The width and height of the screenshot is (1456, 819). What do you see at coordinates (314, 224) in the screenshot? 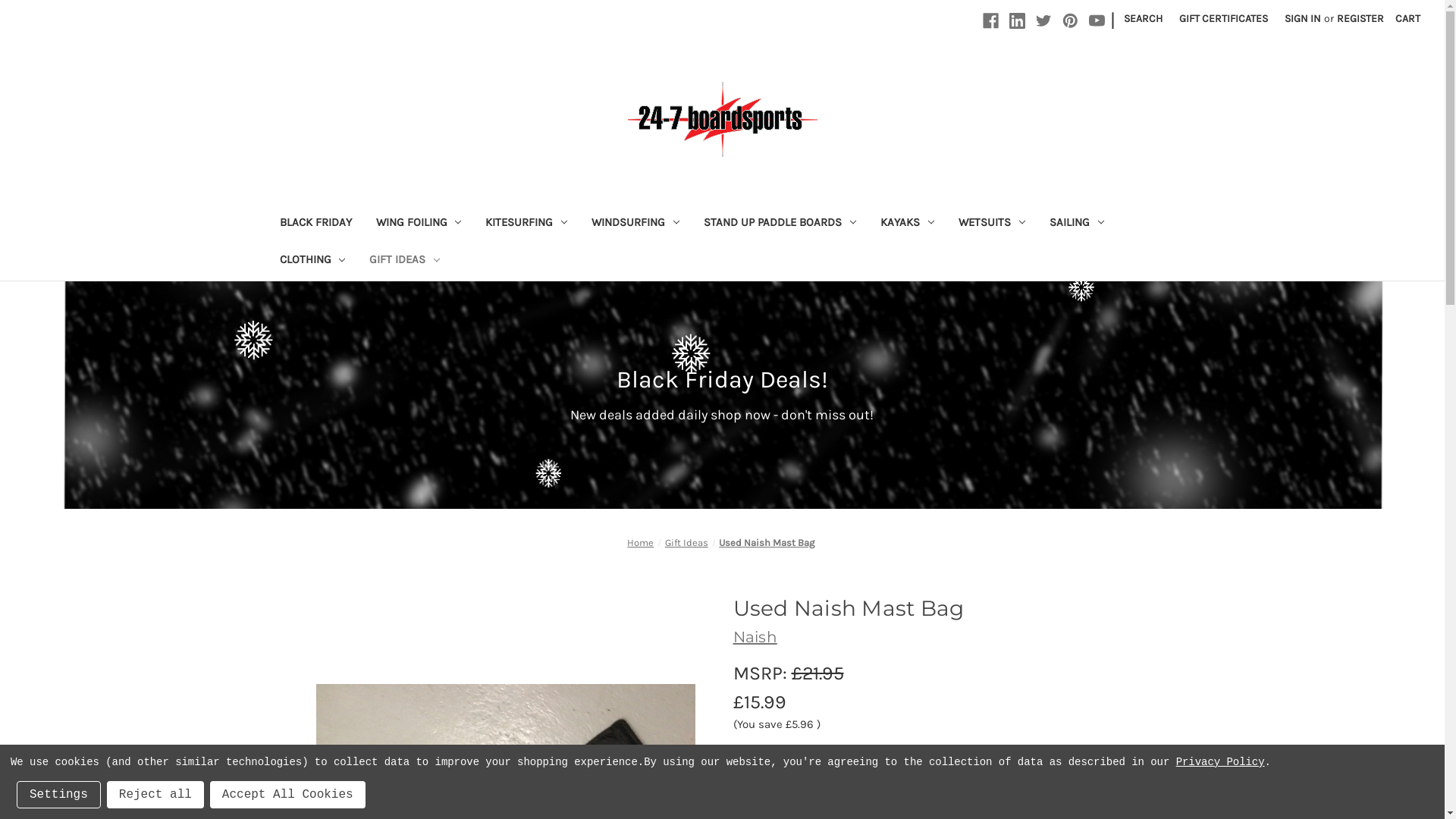
I see `'BLACK FRIDAY'` at bounding box center [314, 224].